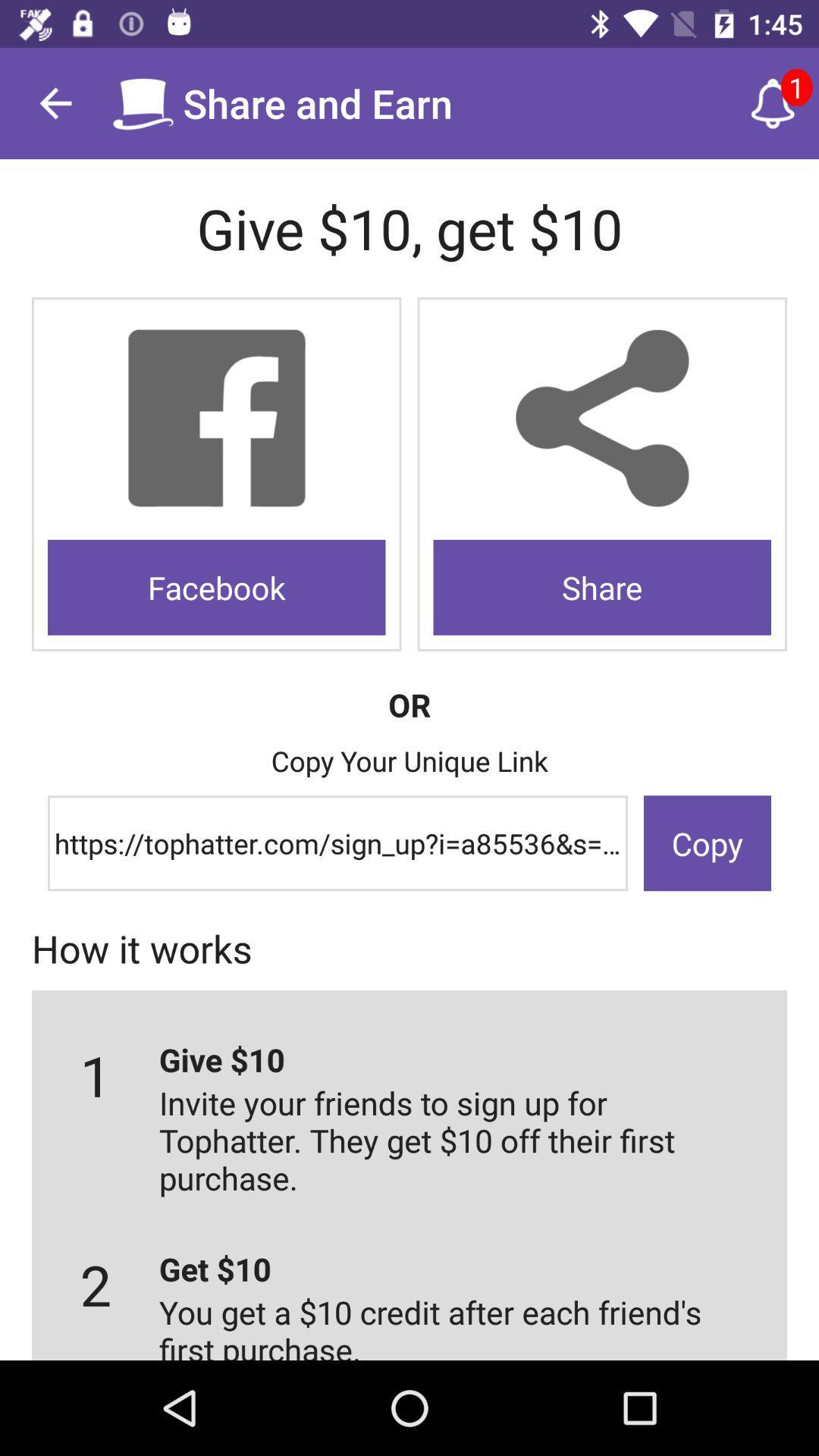 Image resolution: width=819 pixels, height=1456 pixels. I want to click on the icon to the left of share icon, so click(216, 586).